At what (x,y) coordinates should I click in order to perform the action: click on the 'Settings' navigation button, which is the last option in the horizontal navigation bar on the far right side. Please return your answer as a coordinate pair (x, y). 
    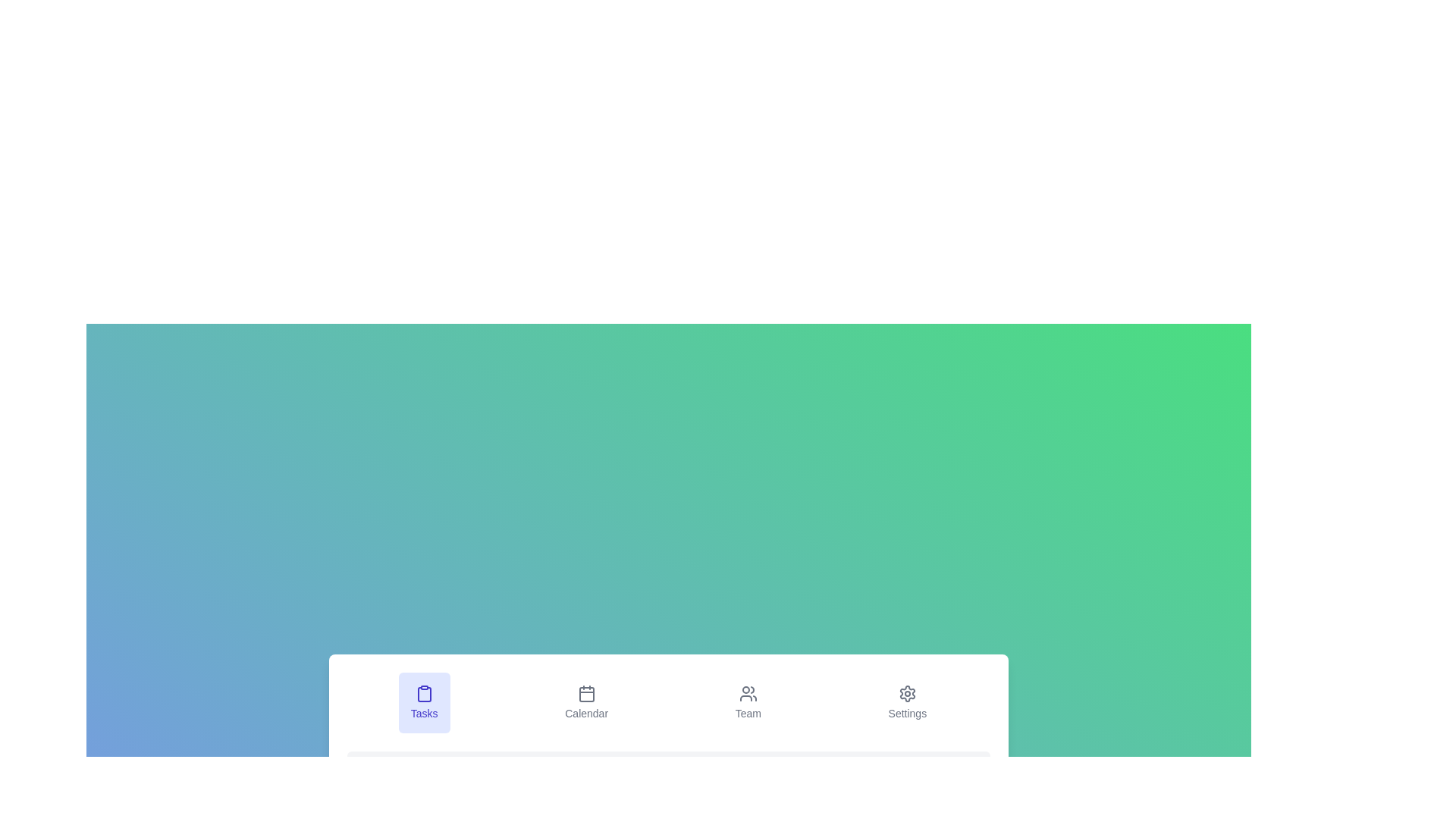
    Looking at the image, I should click on (907, 702).